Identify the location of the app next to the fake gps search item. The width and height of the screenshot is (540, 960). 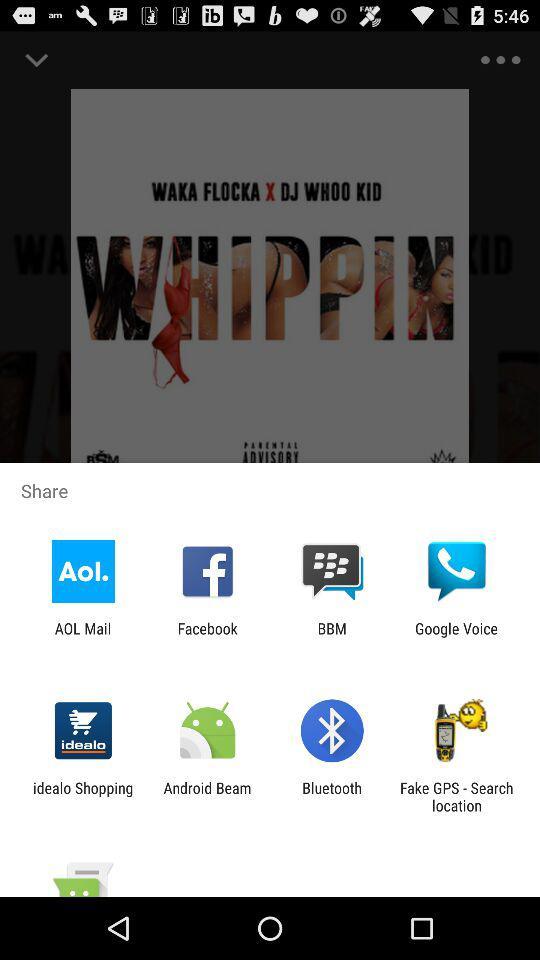
(332, 796).